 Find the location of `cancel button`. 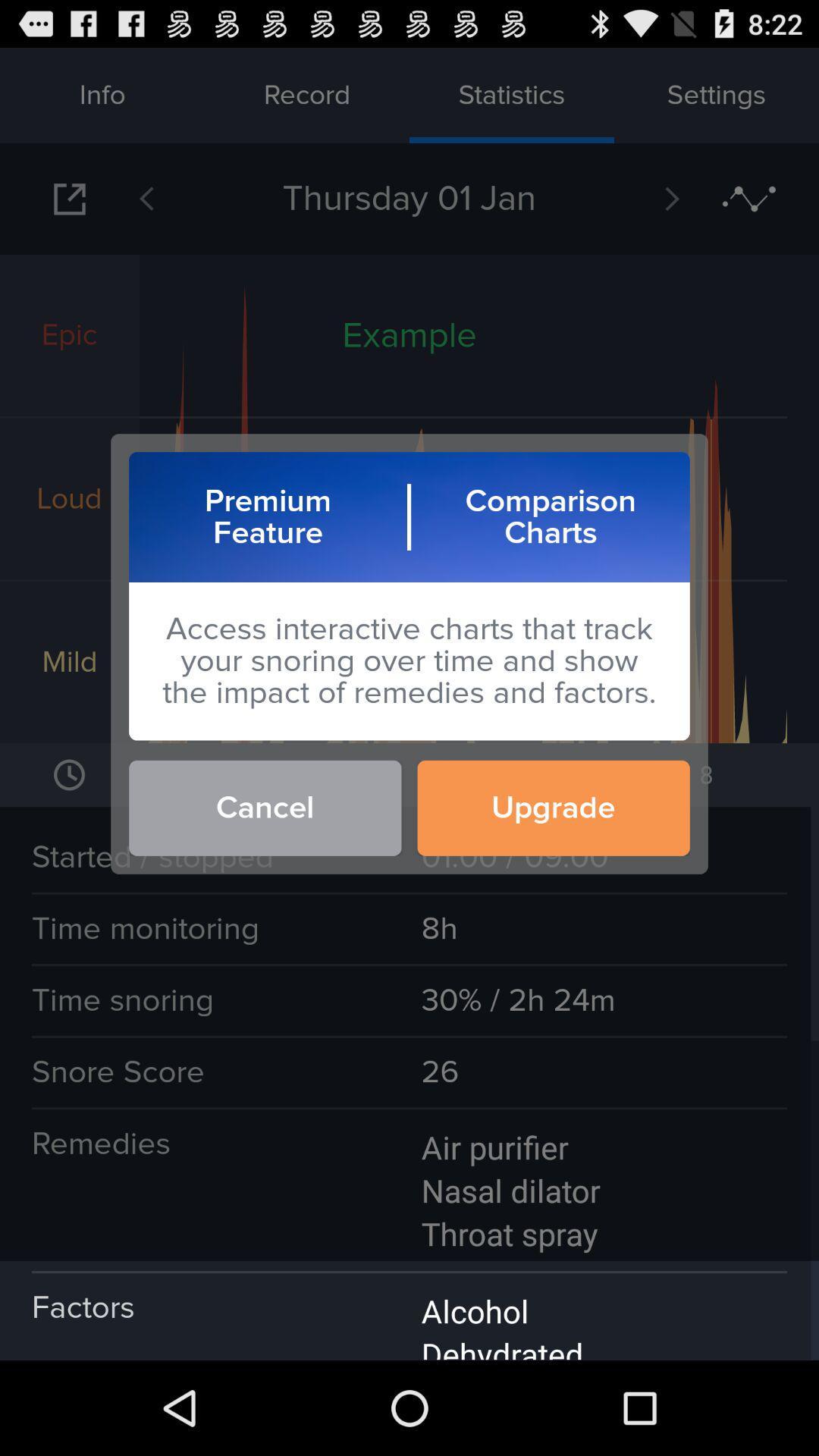

cancel button is located at coordinates (264, 807).